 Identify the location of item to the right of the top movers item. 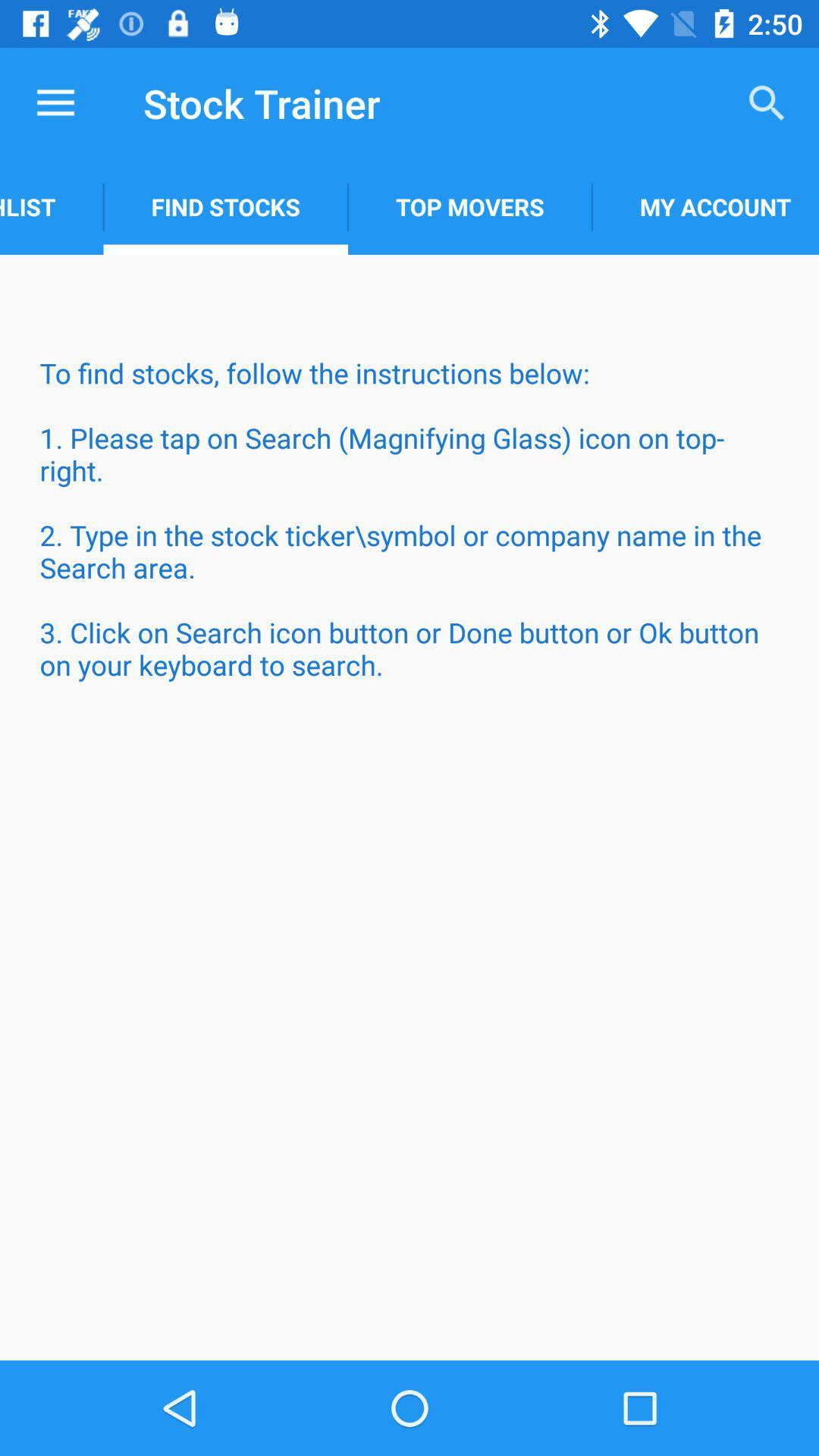
(705, 206).